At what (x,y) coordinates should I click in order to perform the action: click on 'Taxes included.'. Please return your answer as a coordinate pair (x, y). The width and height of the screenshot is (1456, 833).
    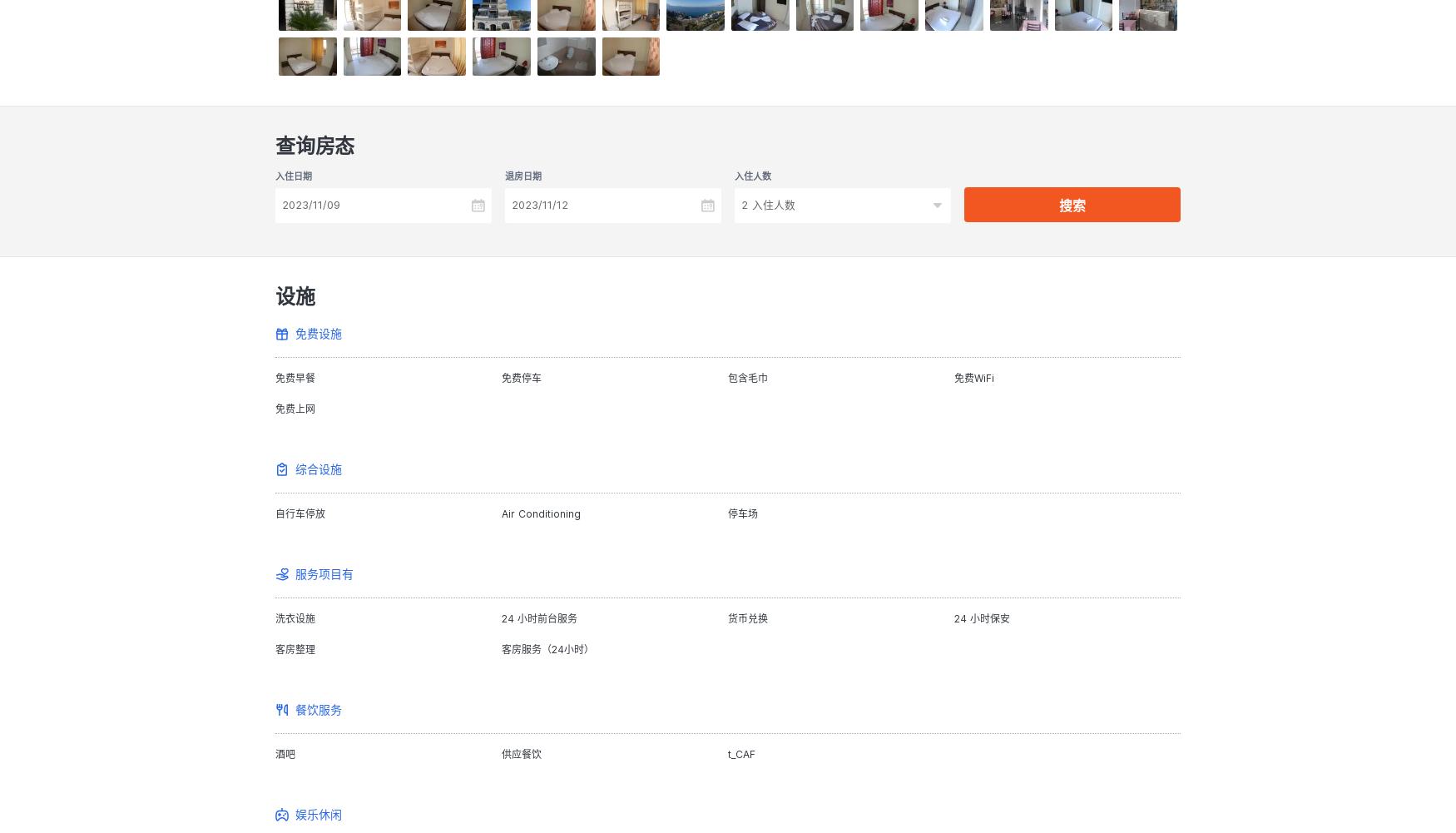
    Looking at the image, I should click on (559, 236).